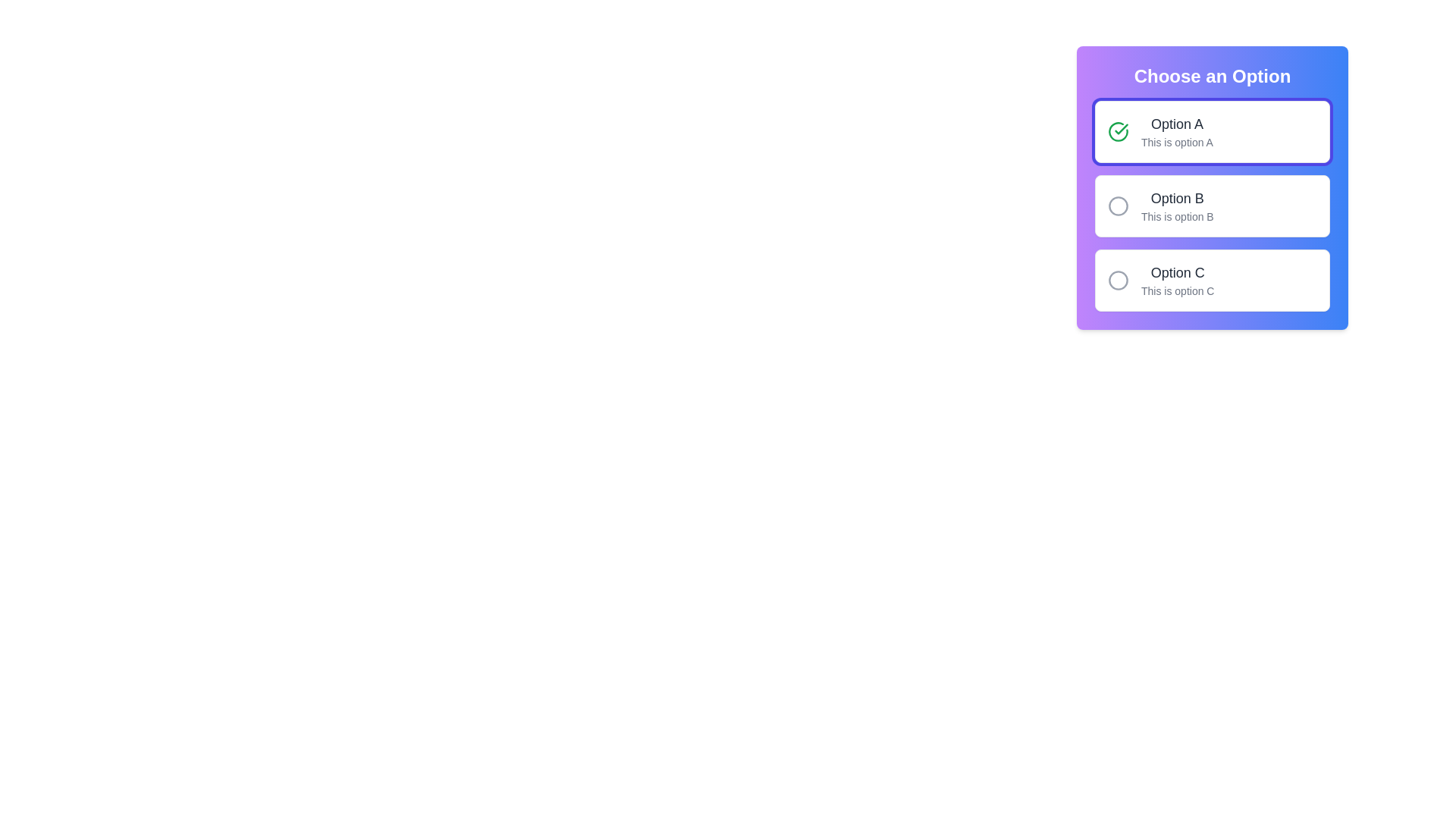  What do you see at coordinates (1177, 271) in the screenshot?
I see `the static text element that reads 'Option C', which is part of the selectable options list under 'Choose an Option'` at bounding box center [1177, 271].